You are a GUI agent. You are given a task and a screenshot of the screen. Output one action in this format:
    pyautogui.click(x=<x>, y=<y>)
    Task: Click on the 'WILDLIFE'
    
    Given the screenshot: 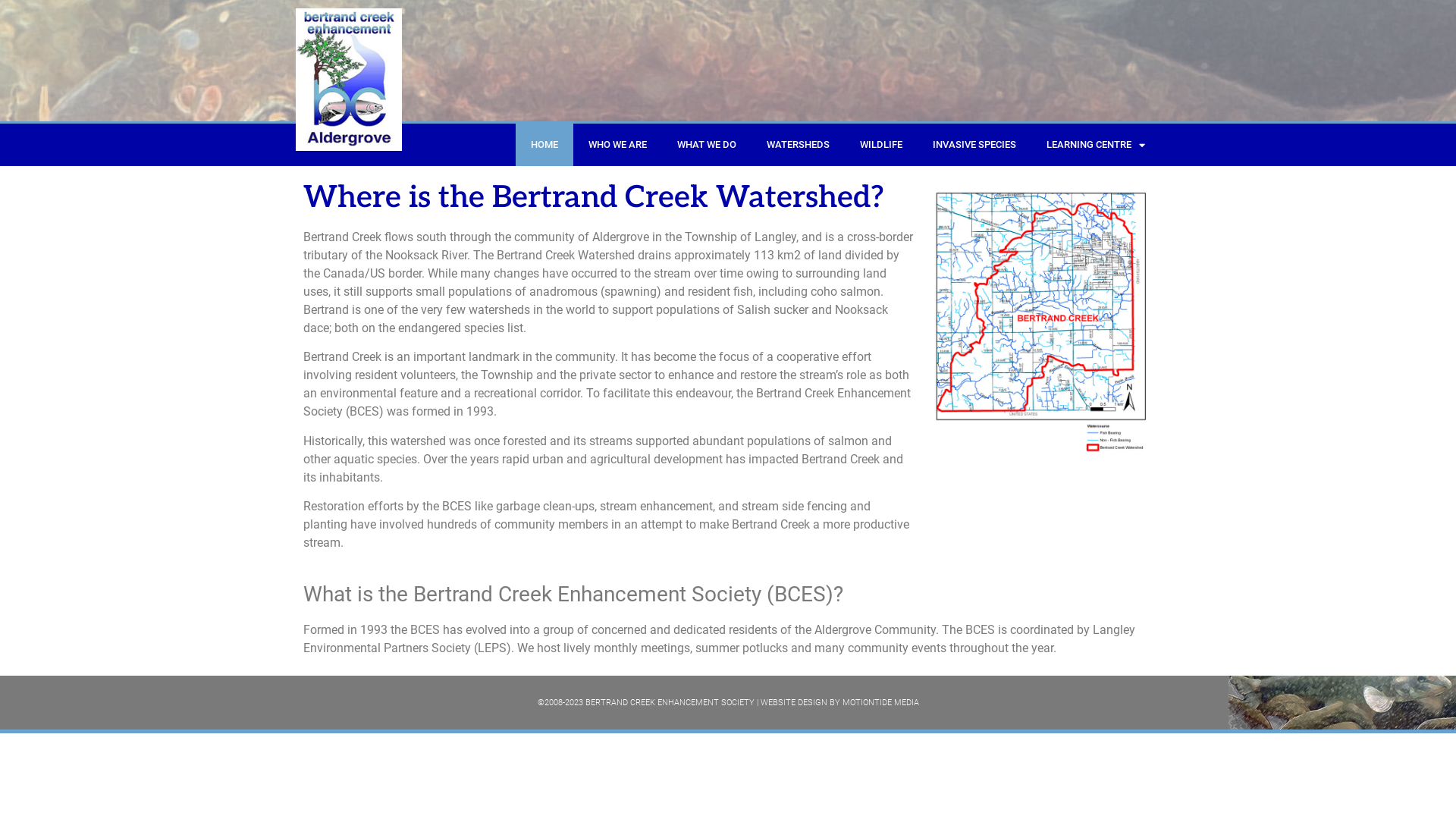 What is the action you would take?
    pyautogui.click(x=880, y=145)
    